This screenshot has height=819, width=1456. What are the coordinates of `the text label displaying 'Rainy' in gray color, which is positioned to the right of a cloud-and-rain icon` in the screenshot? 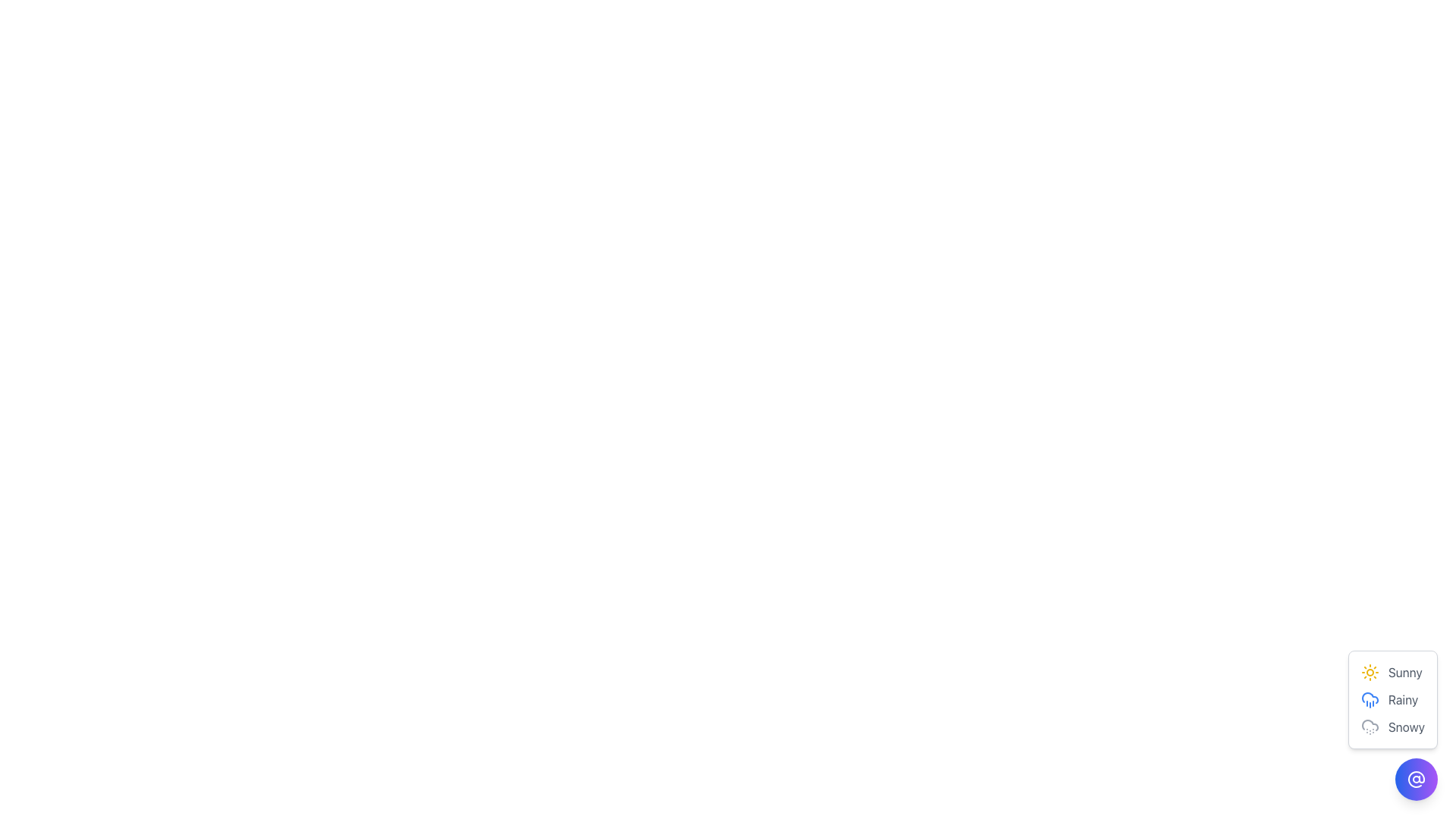 It's located at (1402, 699).